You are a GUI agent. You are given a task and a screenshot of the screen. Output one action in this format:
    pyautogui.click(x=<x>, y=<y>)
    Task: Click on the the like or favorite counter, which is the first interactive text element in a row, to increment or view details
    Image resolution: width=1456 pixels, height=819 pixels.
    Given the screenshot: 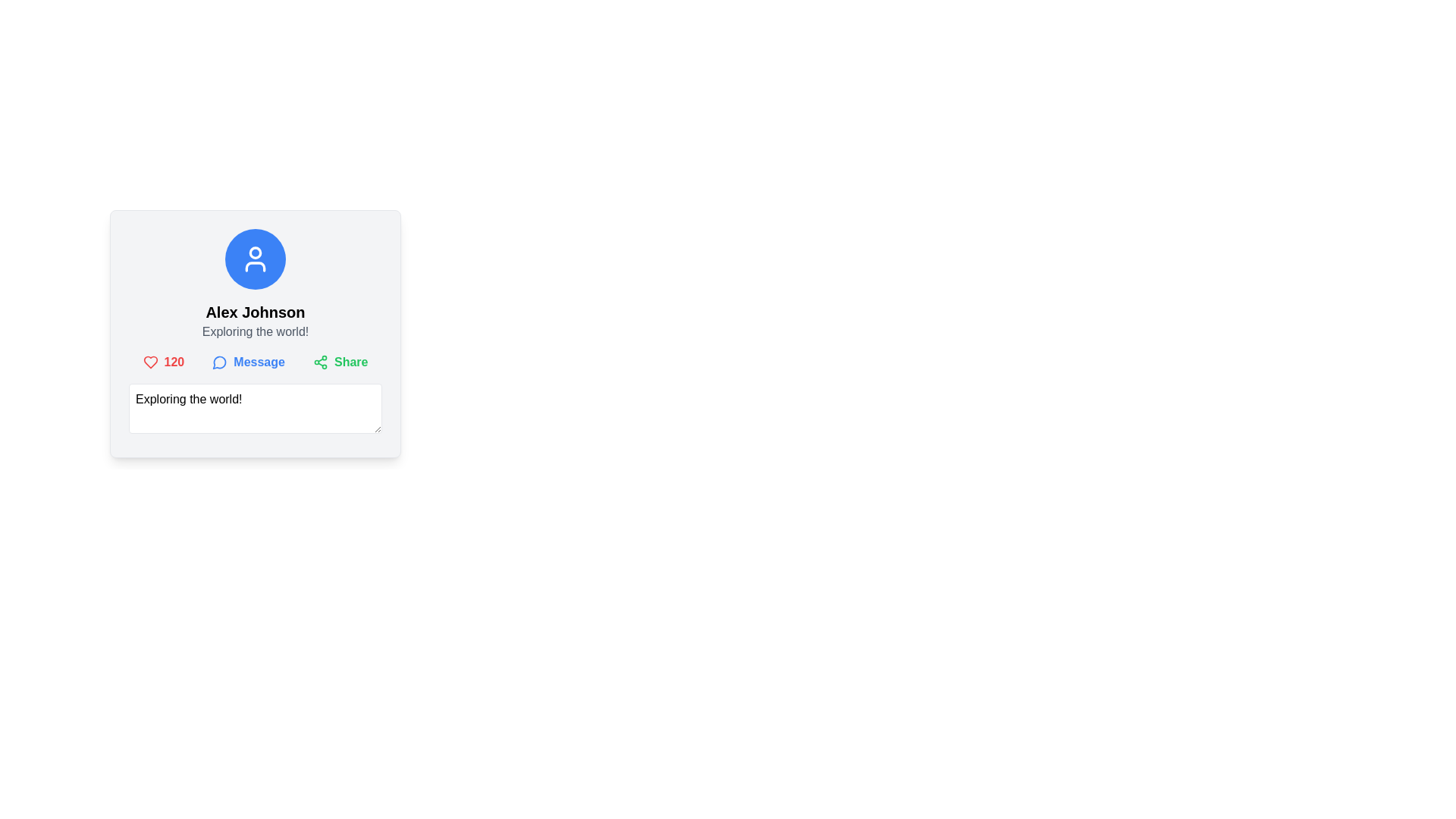 What is the action you would take?
    pyautogui.click(x=163, y=362)
    